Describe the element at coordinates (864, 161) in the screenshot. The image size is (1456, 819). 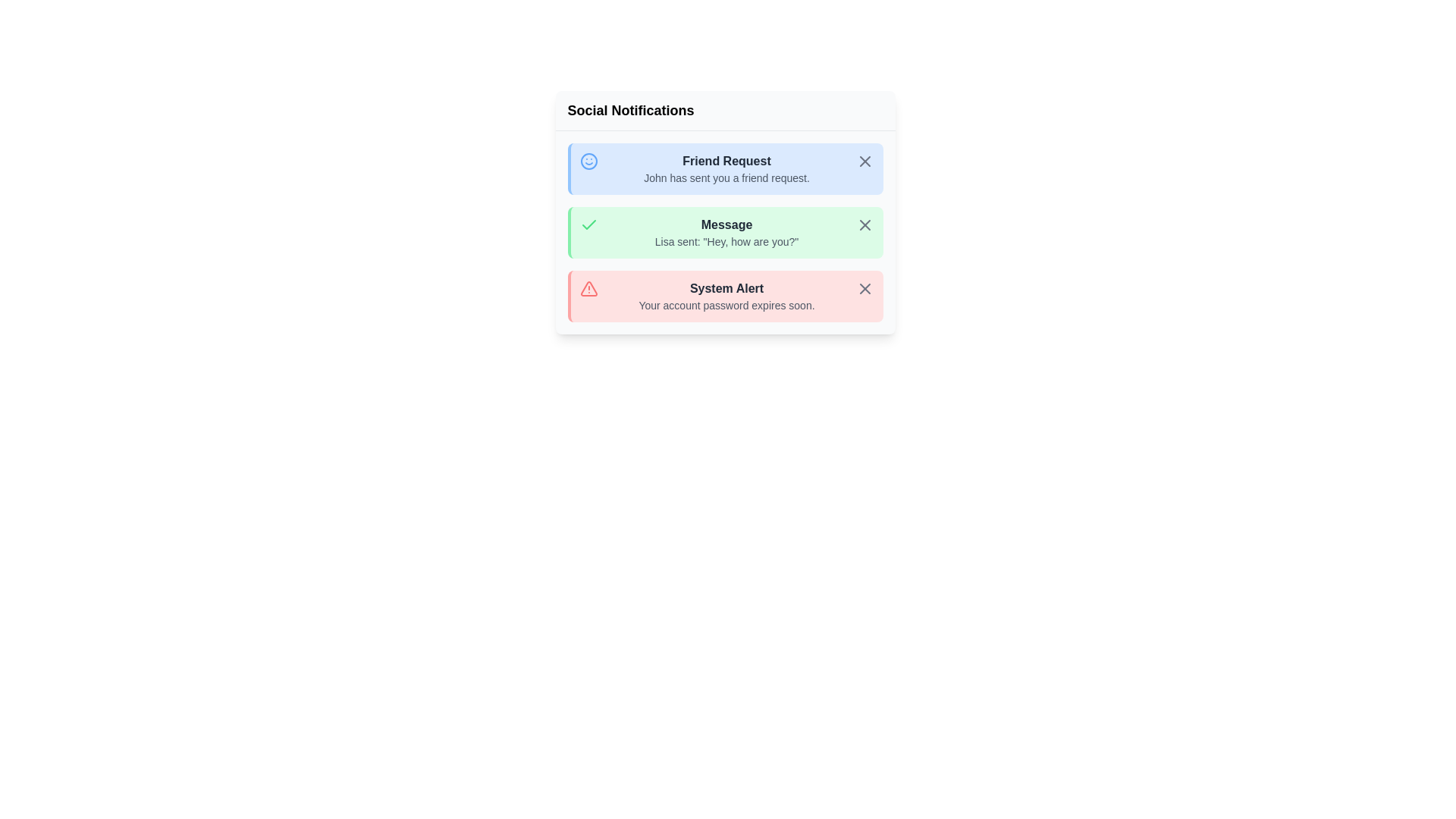
I see `the small gray button with an 'X' icon in the top-right corner of the 'Friend Request' notification panel` at that location.